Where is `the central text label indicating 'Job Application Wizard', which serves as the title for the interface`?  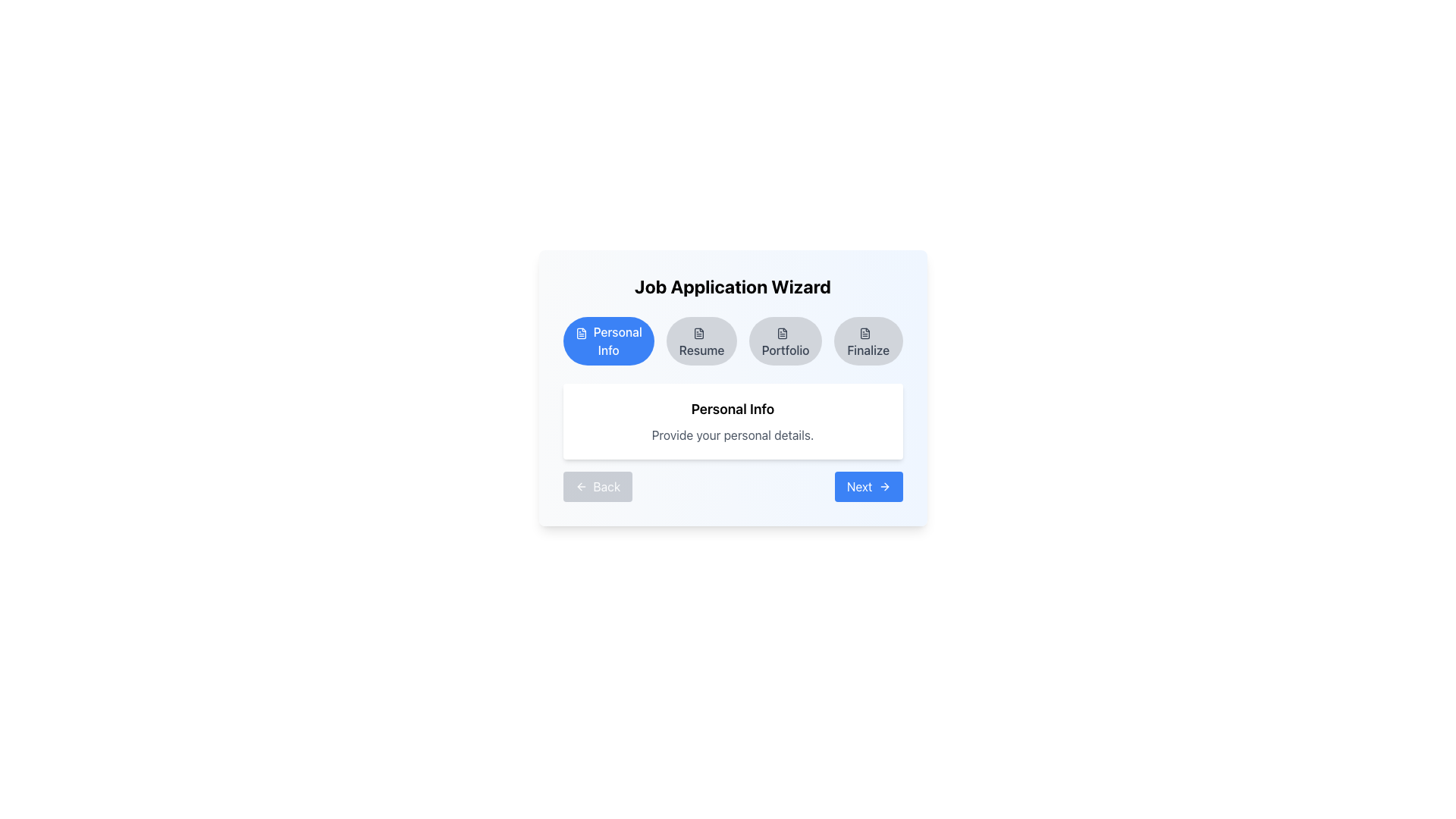 the central text label indicating 'Job Application Wizard', which serves as the title for the interface is located at coordinates (733, 287).